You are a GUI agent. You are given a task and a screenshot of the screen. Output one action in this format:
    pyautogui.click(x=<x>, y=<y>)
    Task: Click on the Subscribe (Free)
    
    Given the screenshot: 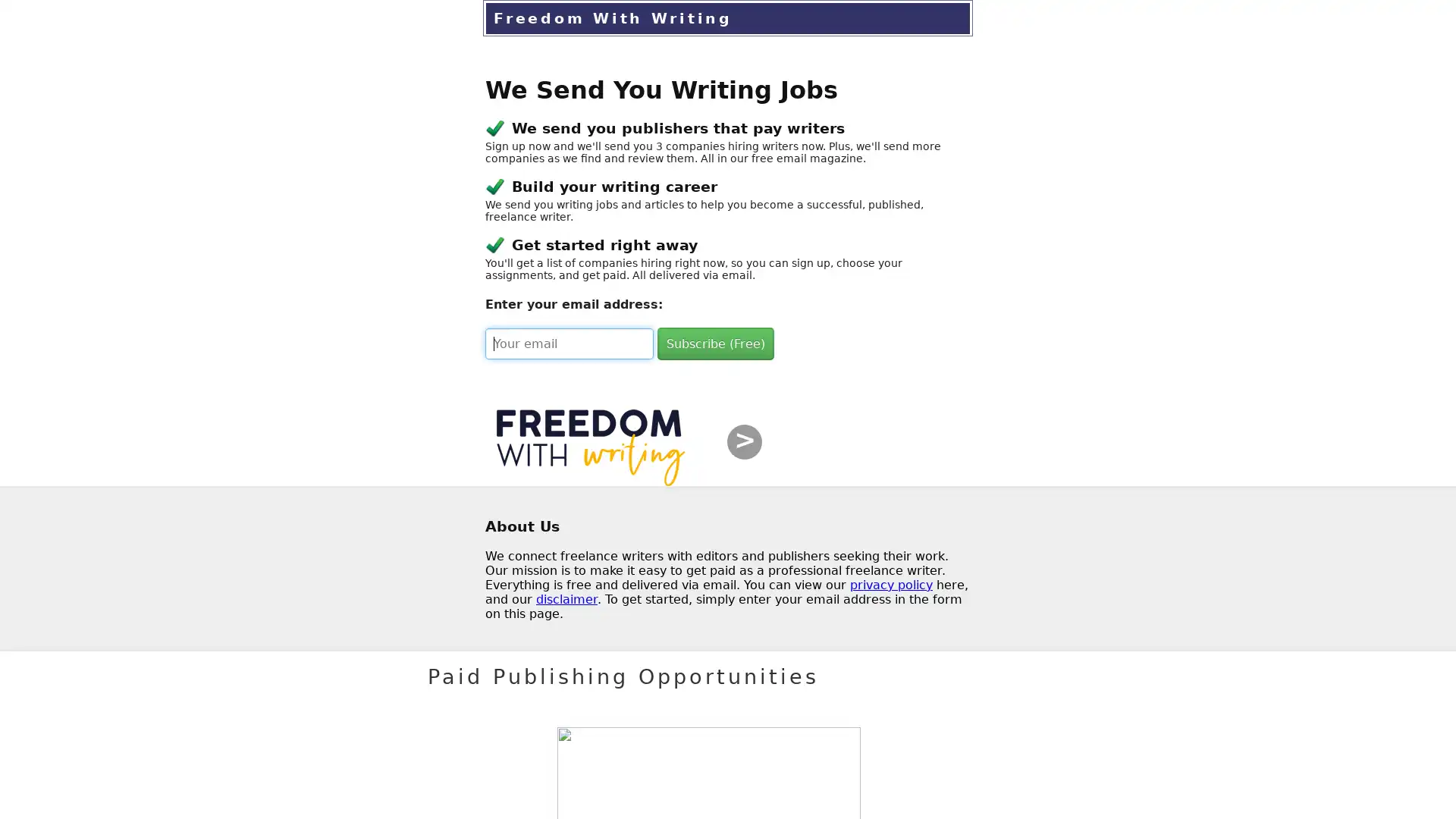 What is the action you would take?
    pyautogui.click(x=715, y=344)
    